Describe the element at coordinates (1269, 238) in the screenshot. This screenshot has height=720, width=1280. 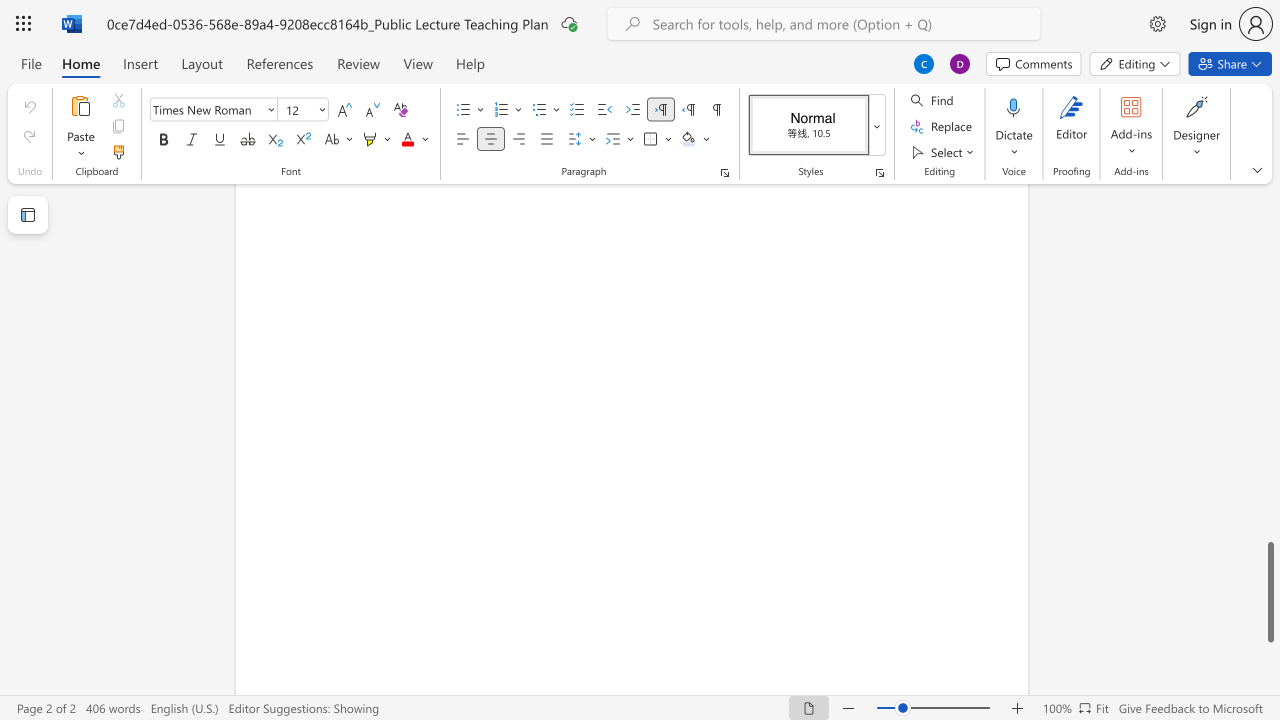
I see `the scrollbar on the right side to scroll the page up` at that location.